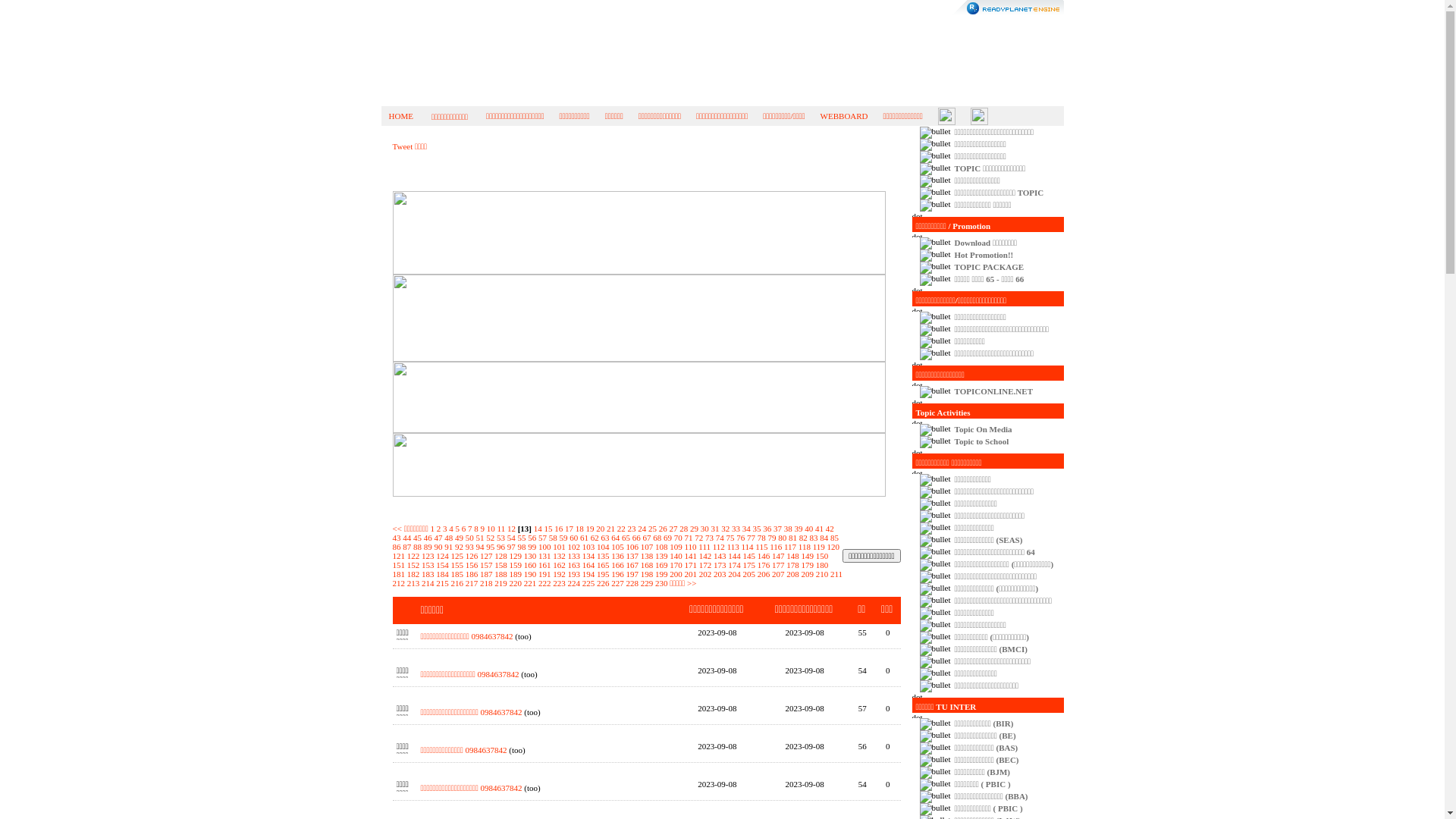  Describe the element at coordinates (602, 582) in the screenshot. I see `'226'` at that location.